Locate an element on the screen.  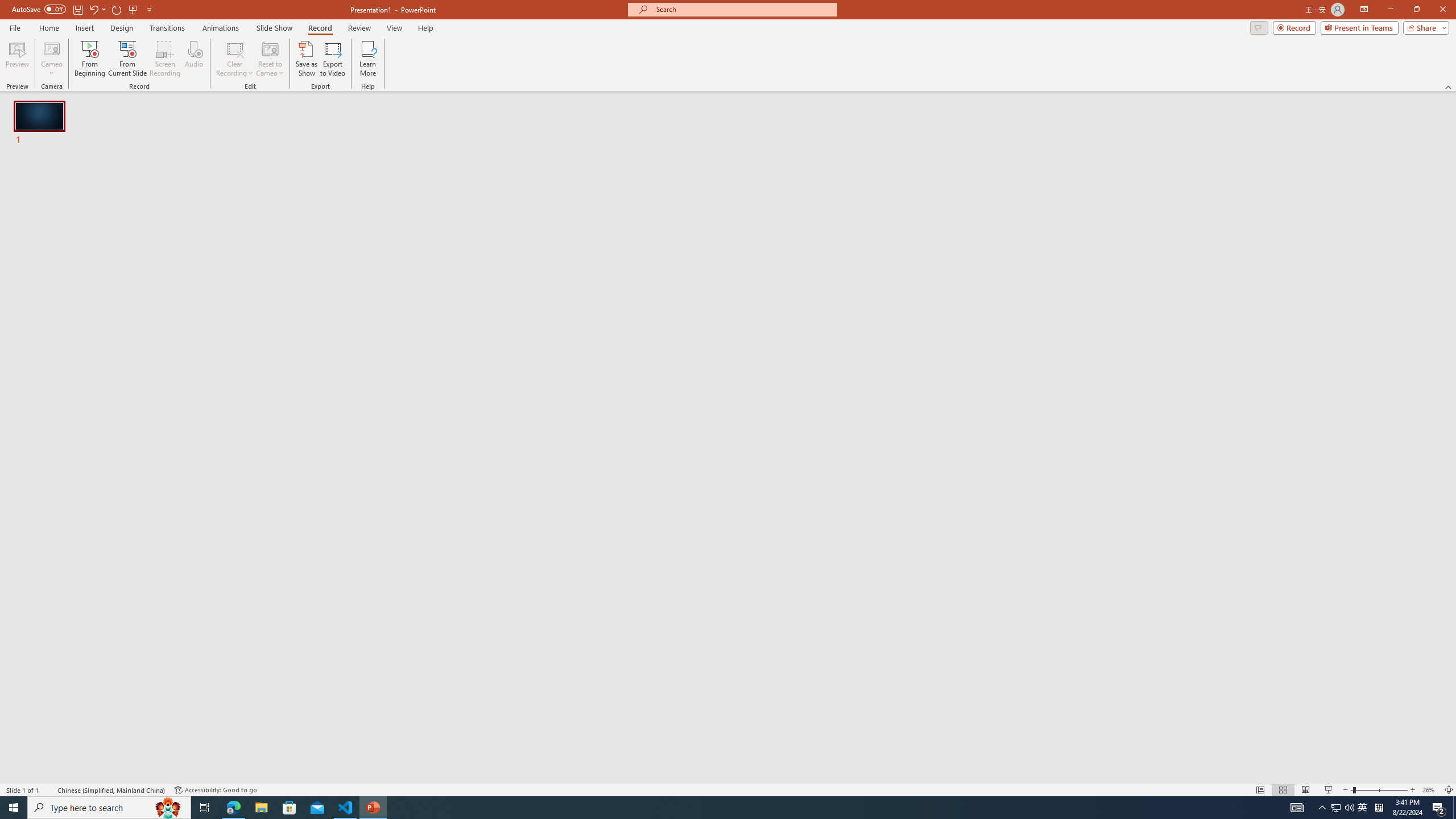
'Animations' is located at coordinates (220, 28).